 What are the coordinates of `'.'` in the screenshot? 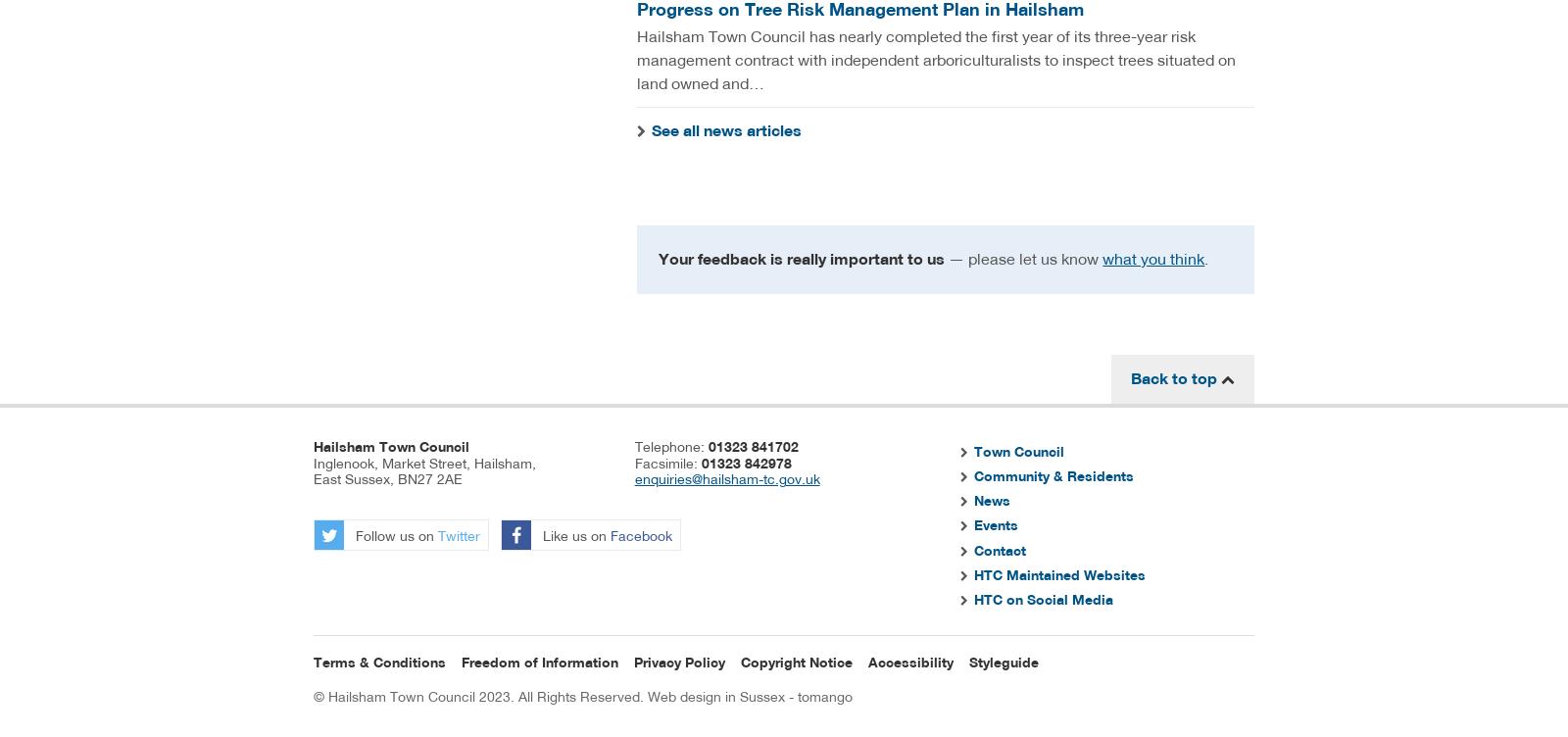 It's located at (1205, 258).